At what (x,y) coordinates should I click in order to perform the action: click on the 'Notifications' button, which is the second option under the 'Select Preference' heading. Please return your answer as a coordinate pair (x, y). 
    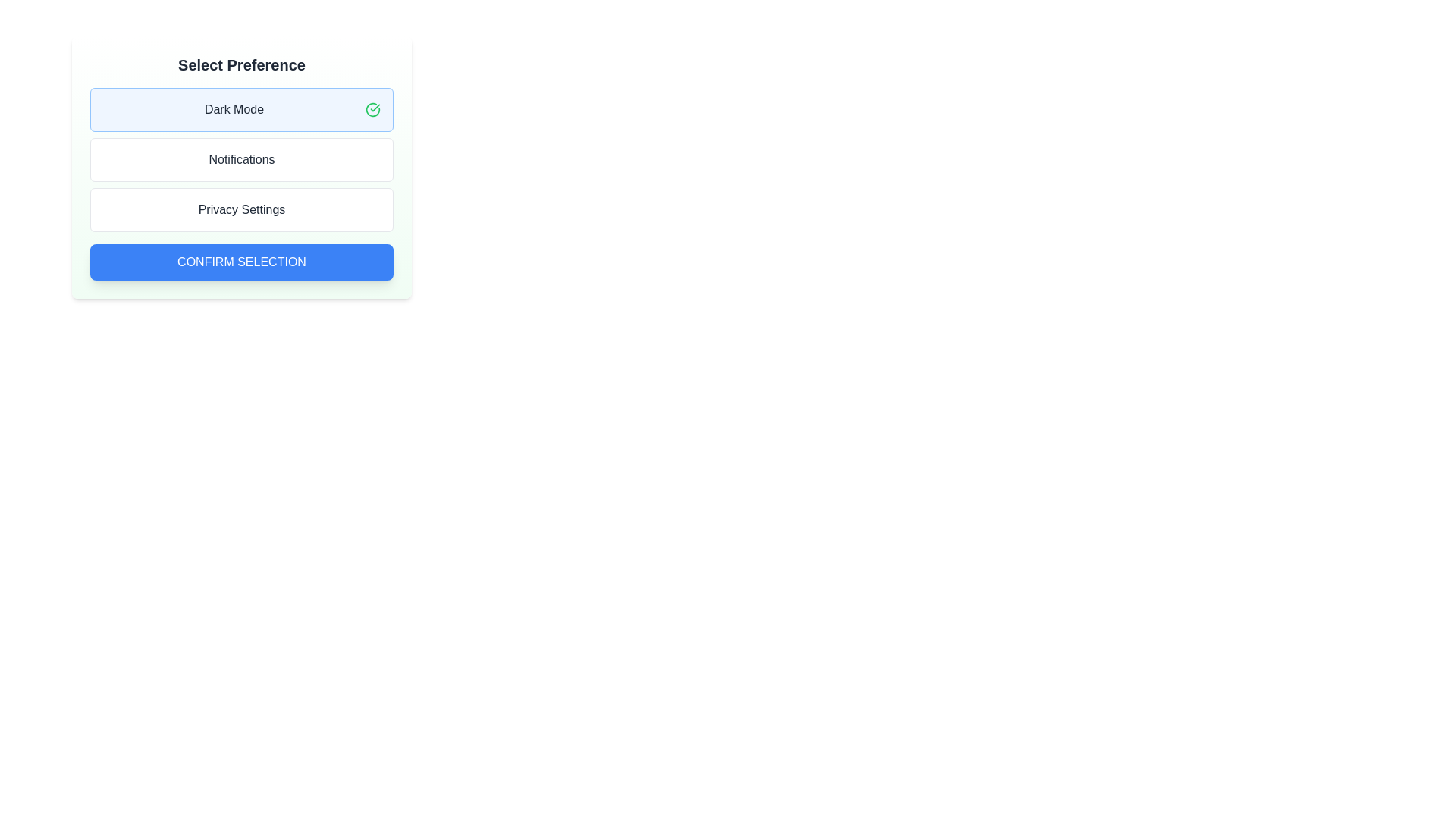
    Looking at the image, I should click on (240, 167).